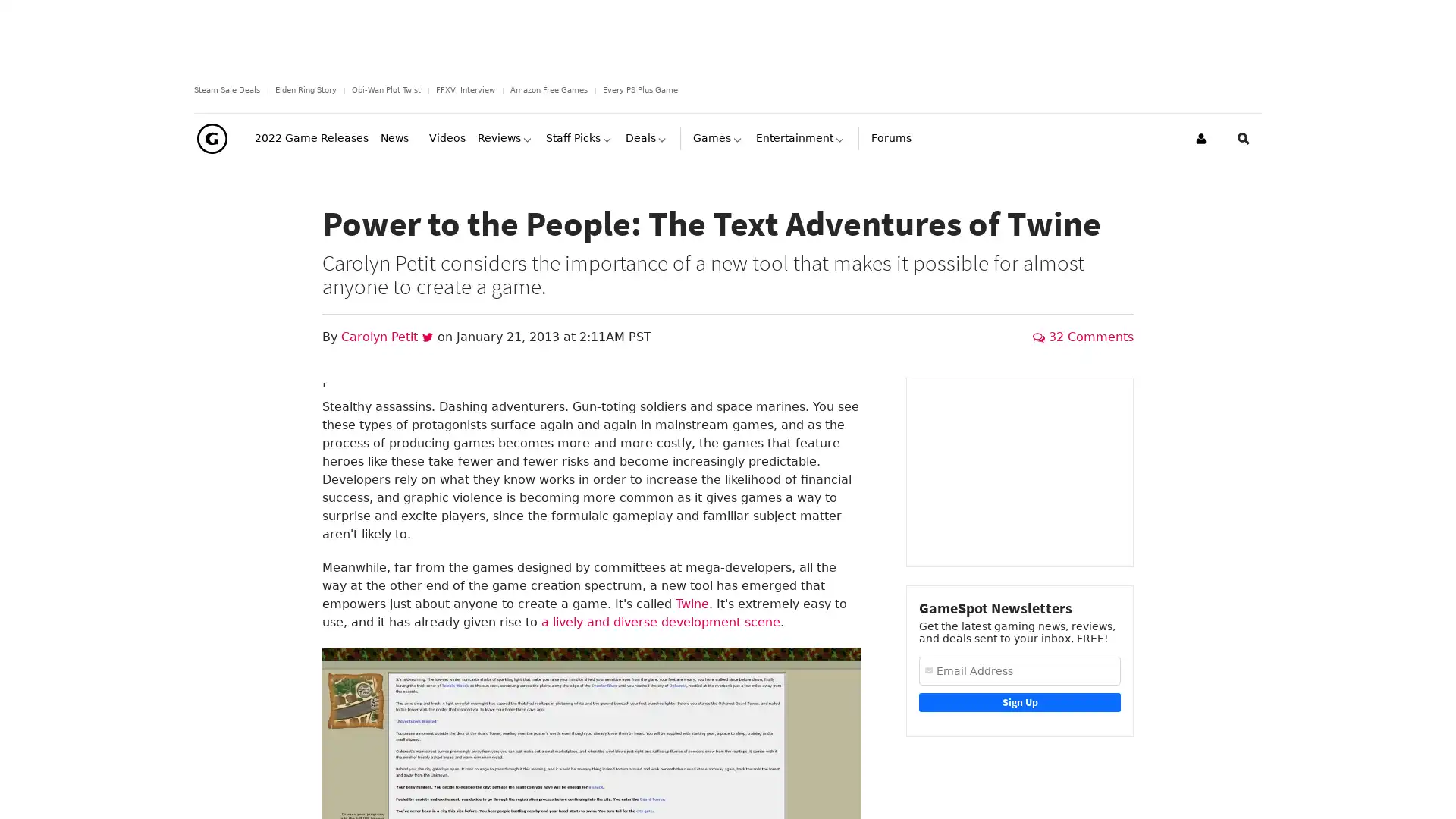 This screenshot has width=1456, height=819. What do you see at coordinates (1244, 166) in the screenshot?
I see `Open Site Search` at bounding box center [1244, 166].